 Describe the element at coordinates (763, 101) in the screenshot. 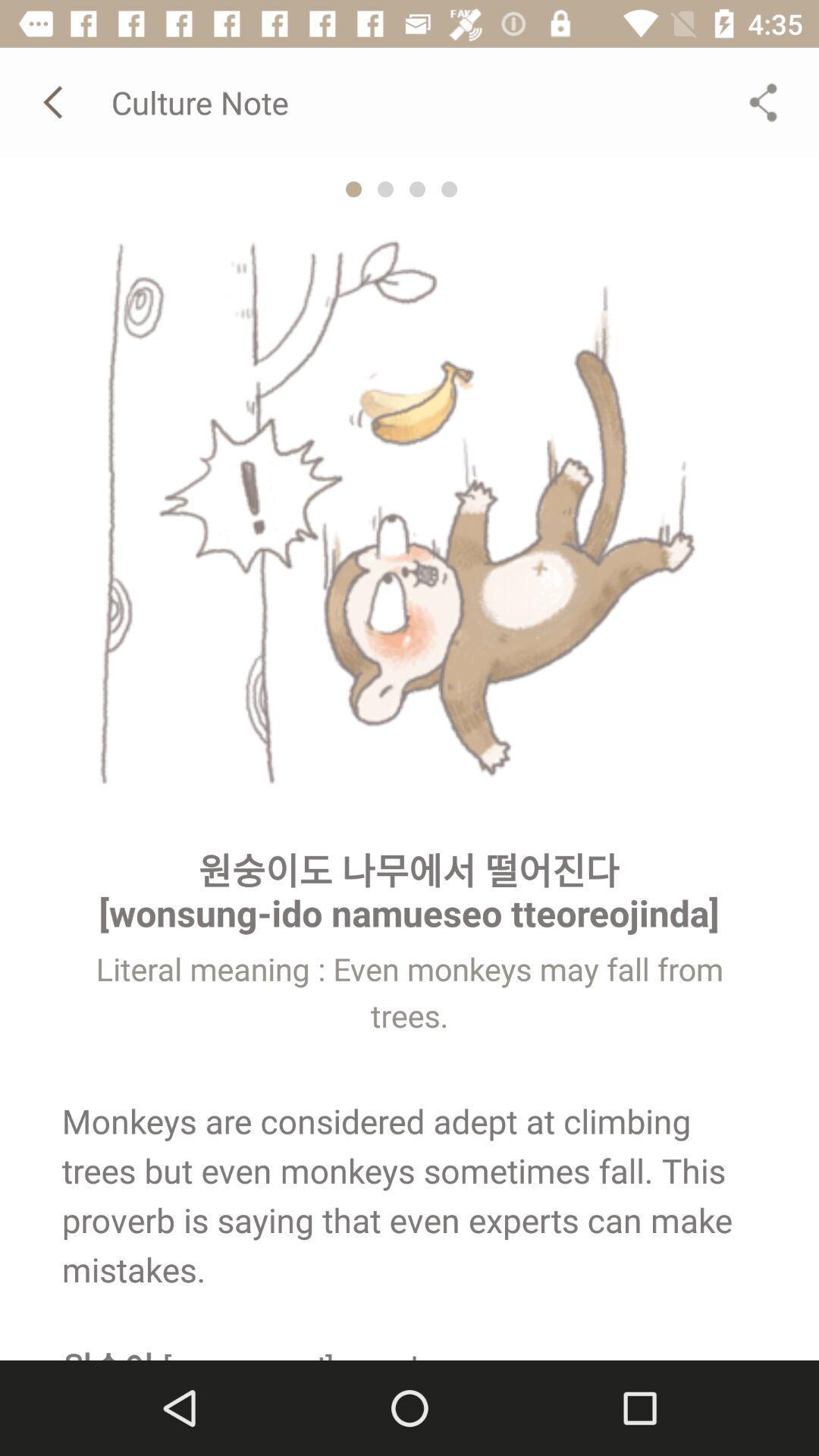

I see `the share icon` at that location.